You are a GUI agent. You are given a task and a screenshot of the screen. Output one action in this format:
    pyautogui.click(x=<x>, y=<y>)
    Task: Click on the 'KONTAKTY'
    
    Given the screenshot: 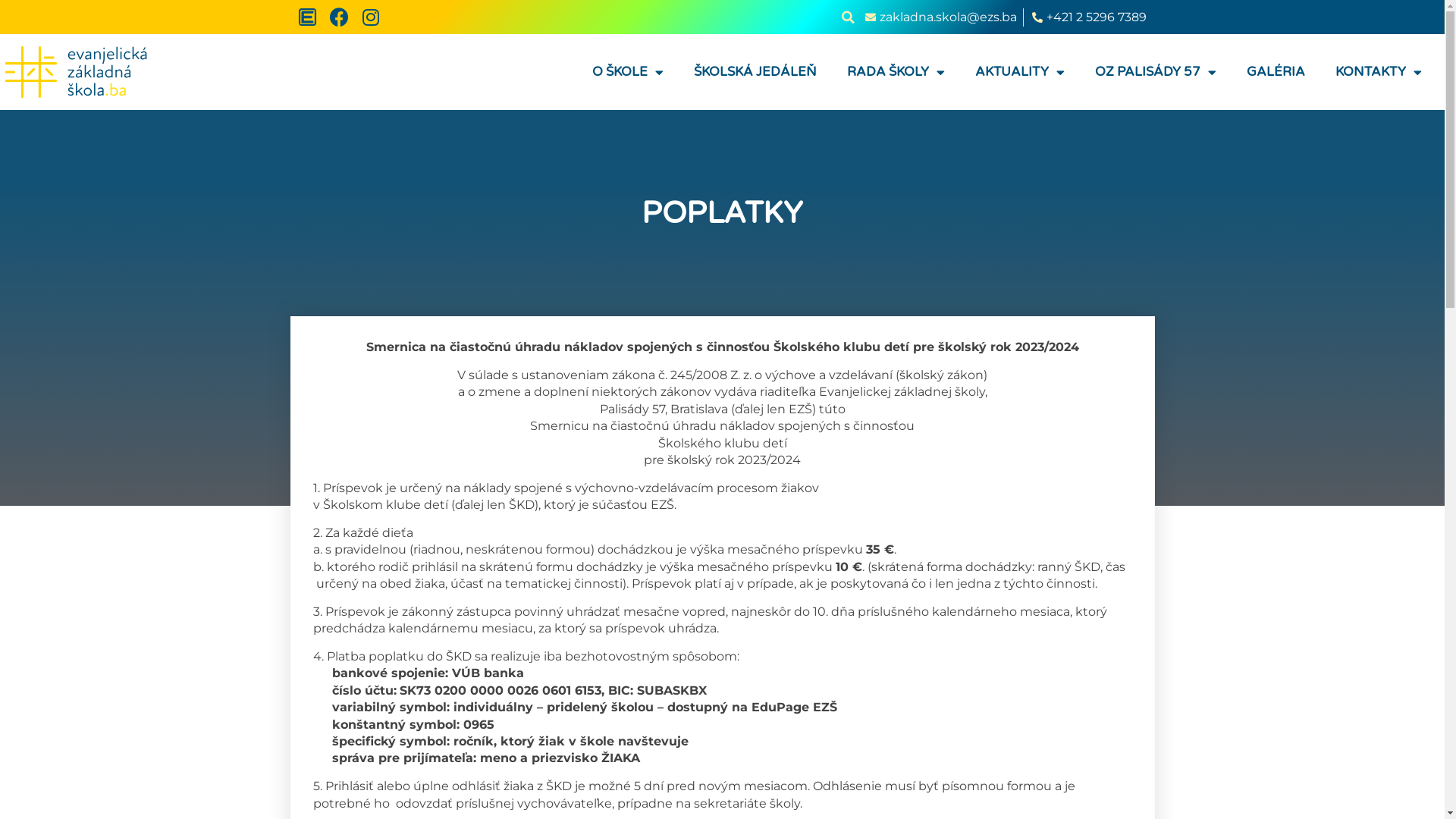 What is the action you would take?
    pyautogui.click(x=1379, y=72)
    